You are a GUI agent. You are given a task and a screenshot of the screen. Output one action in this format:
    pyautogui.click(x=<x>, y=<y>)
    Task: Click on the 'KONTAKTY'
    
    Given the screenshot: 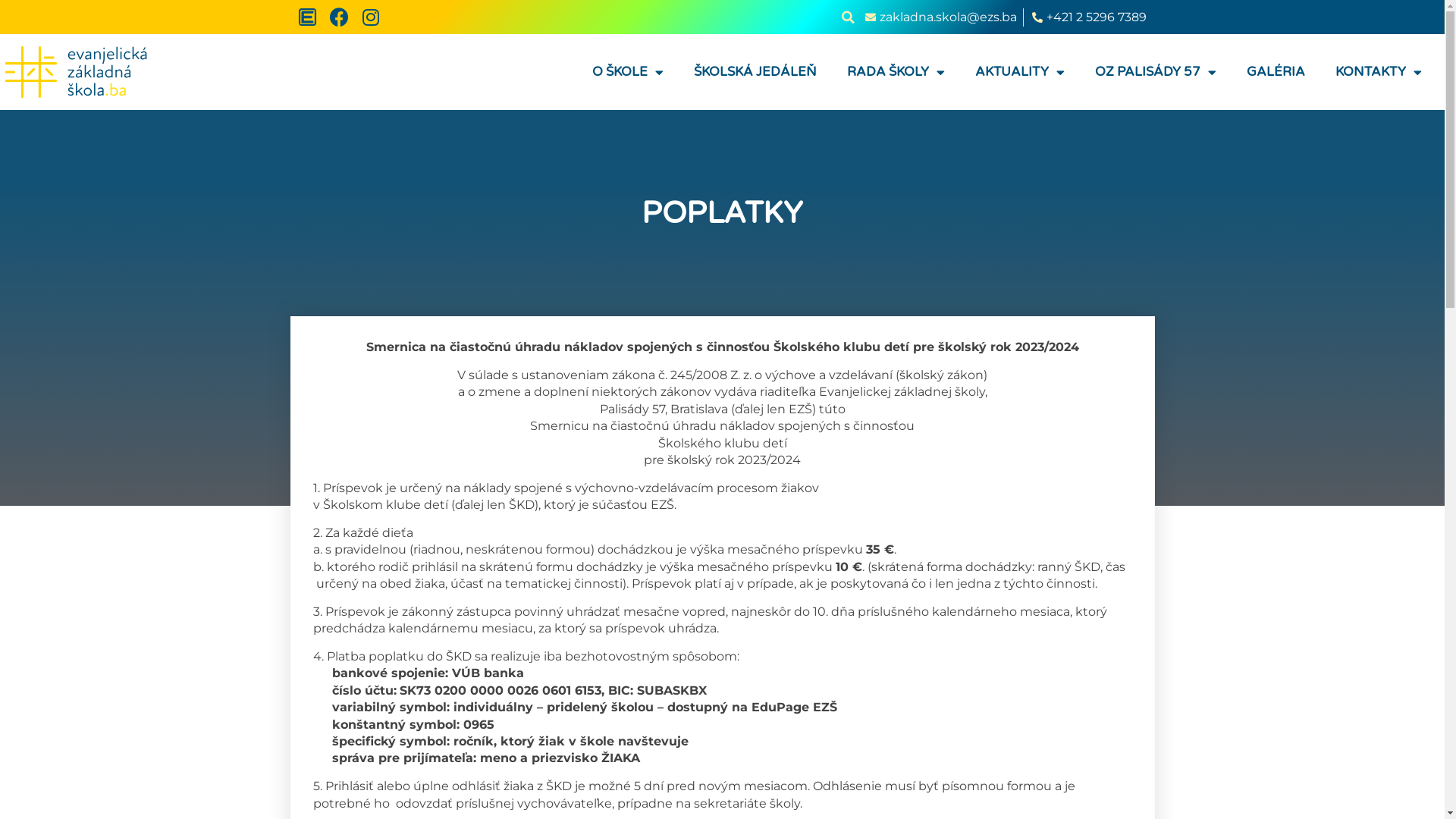 What is the action you would take?
    pyautogui.click(x=1379, y=72)
    